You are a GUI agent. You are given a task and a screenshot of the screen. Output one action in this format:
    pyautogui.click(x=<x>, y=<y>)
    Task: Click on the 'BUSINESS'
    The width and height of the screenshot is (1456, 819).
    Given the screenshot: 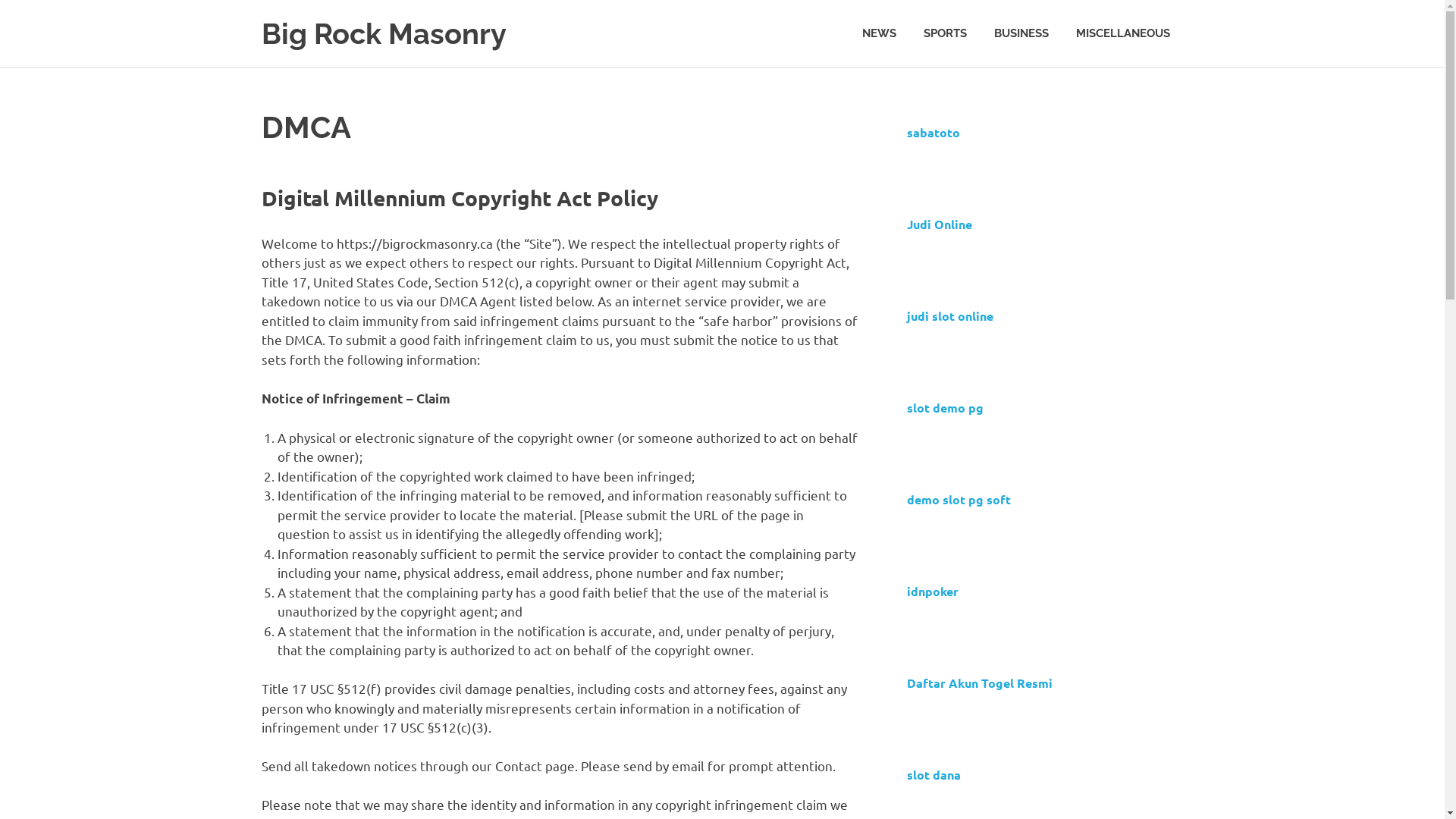 What is the action you would take?
    pyautogui.click(x=1020, y=33)
    